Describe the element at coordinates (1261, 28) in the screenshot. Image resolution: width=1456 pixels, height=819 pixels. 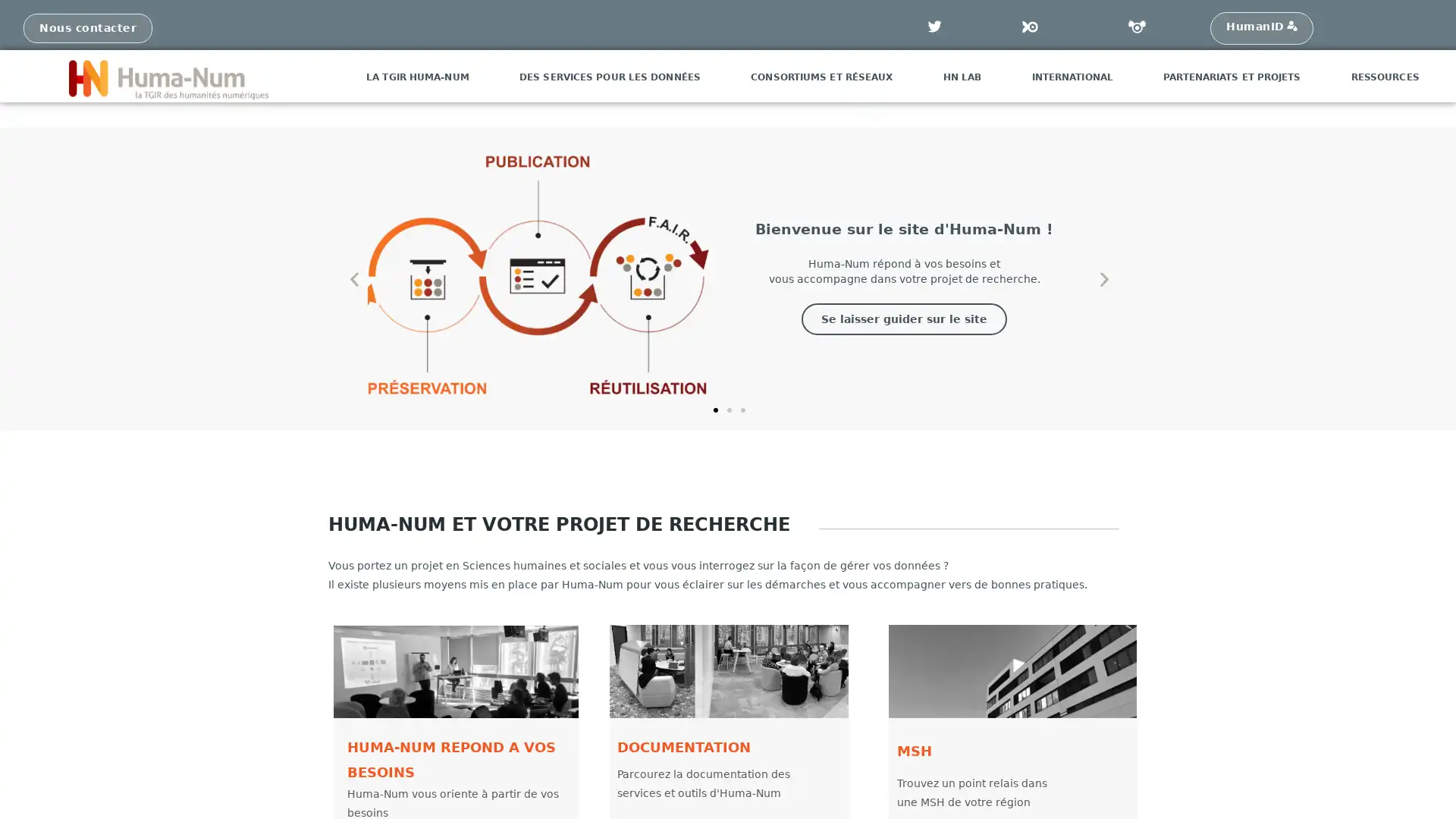
I see `HumanID` at that location.